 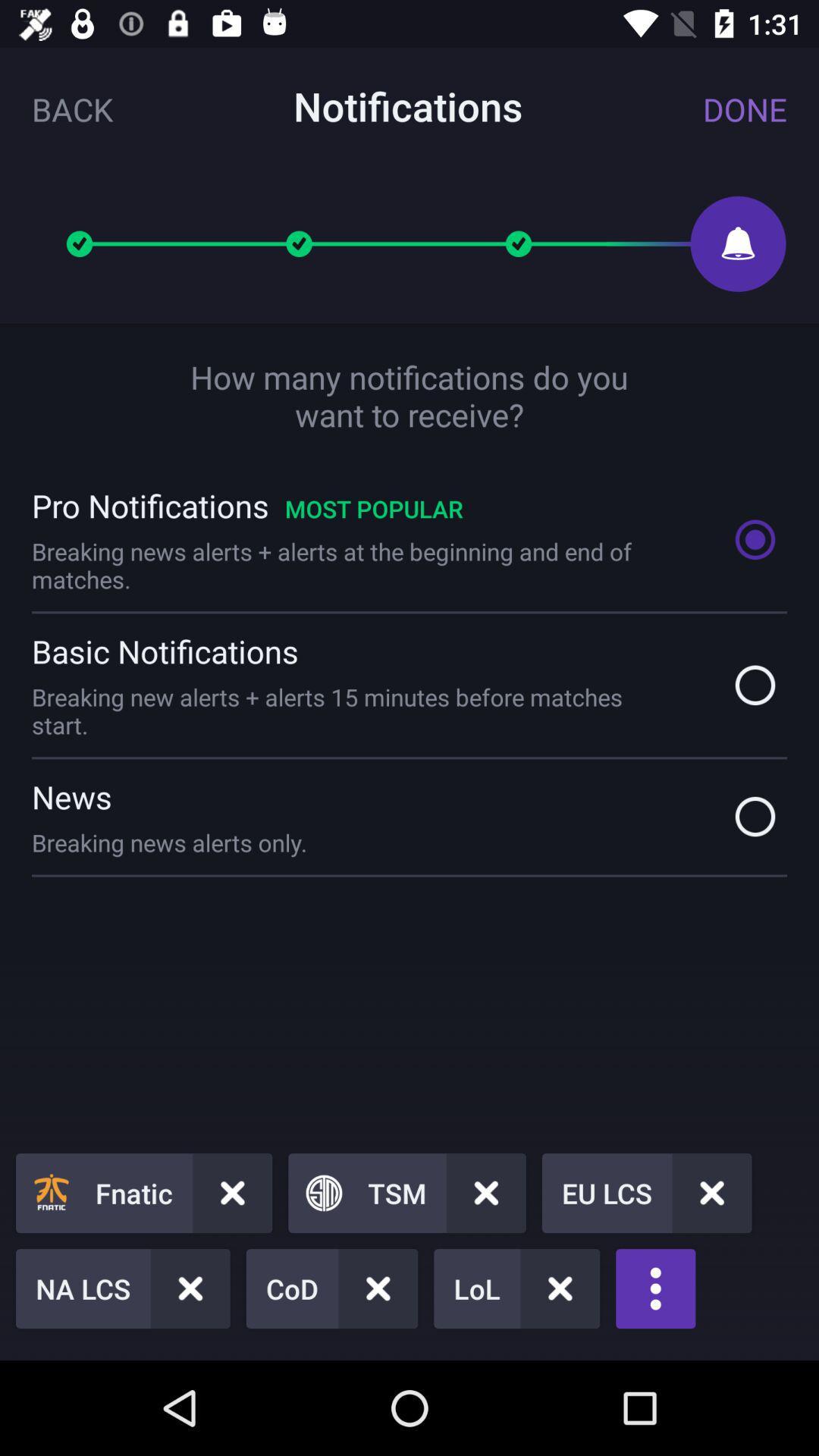 What do you see at coordinates (51, 1192) in the screenshot?
I see `the fnatic icon` at bounding box center [51, 1192].